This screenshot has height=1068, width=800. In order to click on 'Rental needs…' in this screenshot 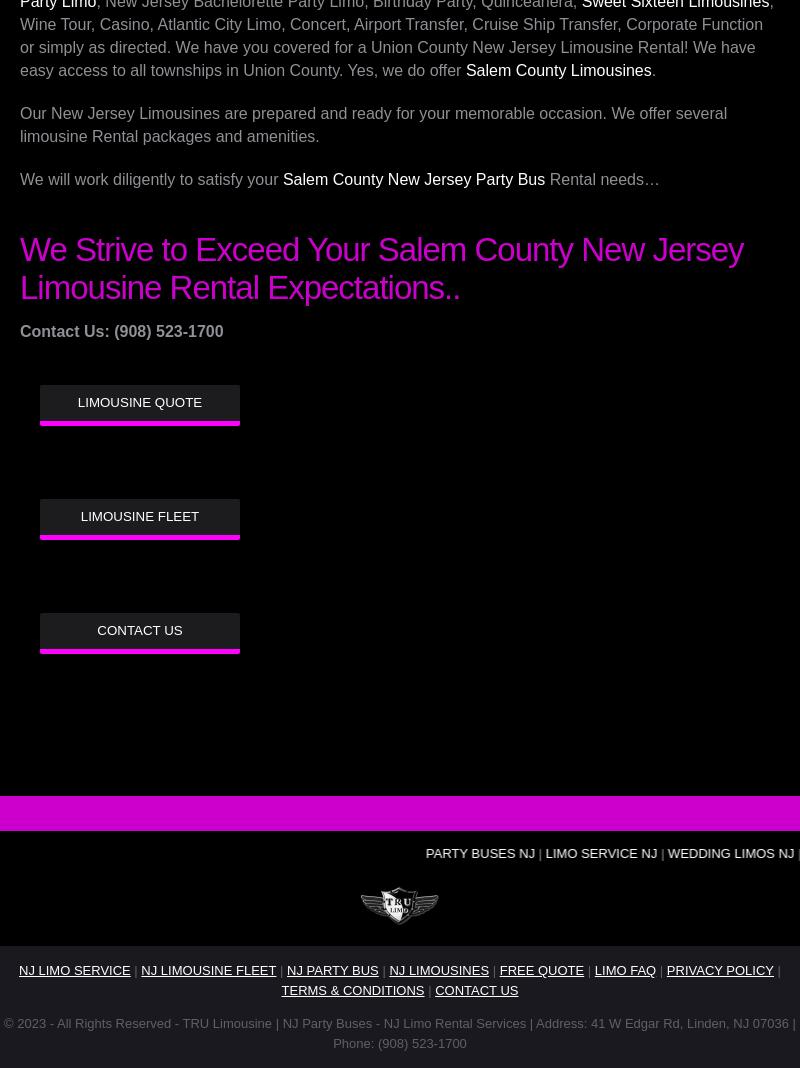, I will do `click(602, 179)`.